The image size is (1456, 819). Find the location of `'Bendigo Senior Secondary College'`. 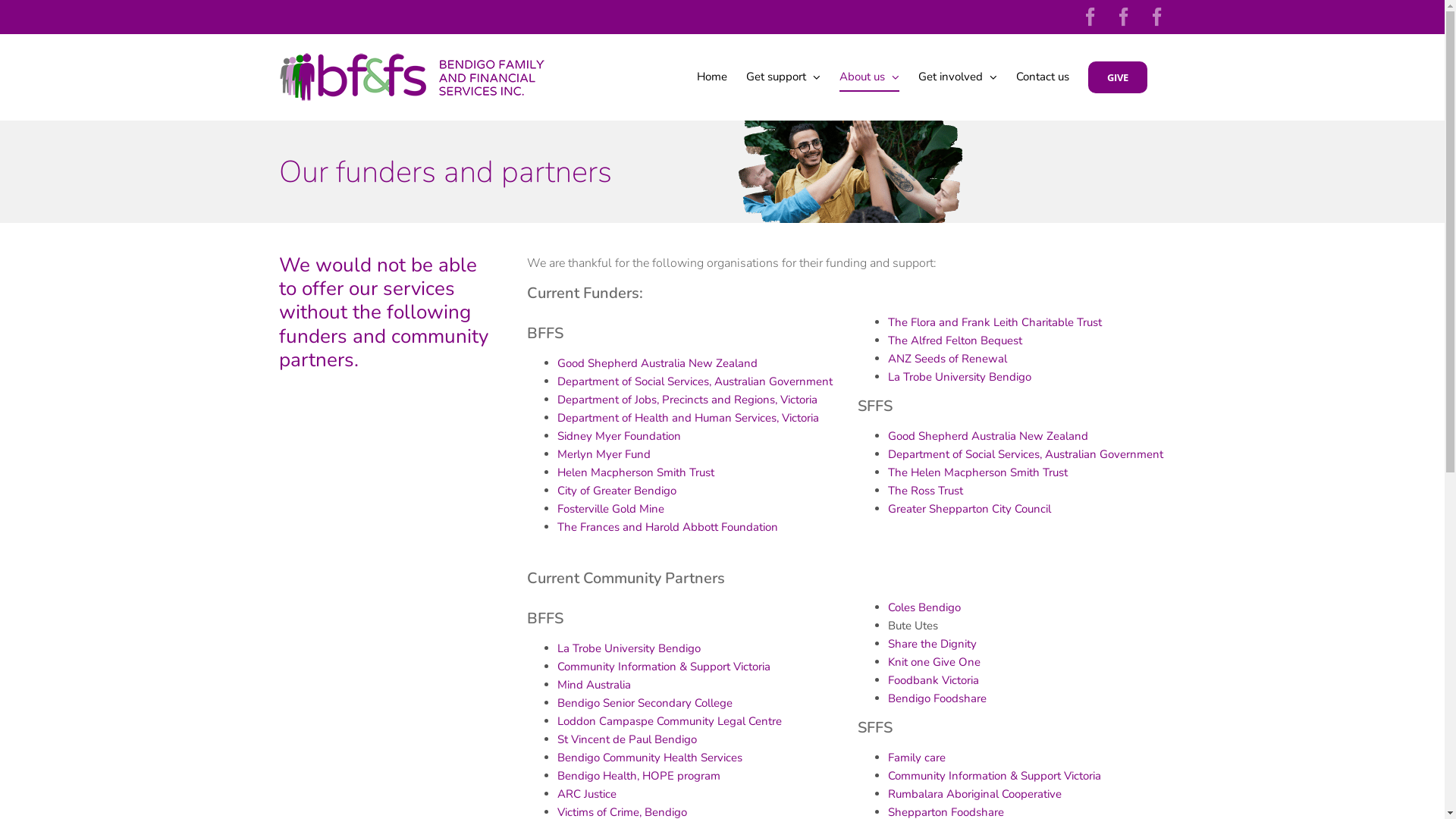

'Bendigo Senior Secondary College' is located at coordinates (645, 702).